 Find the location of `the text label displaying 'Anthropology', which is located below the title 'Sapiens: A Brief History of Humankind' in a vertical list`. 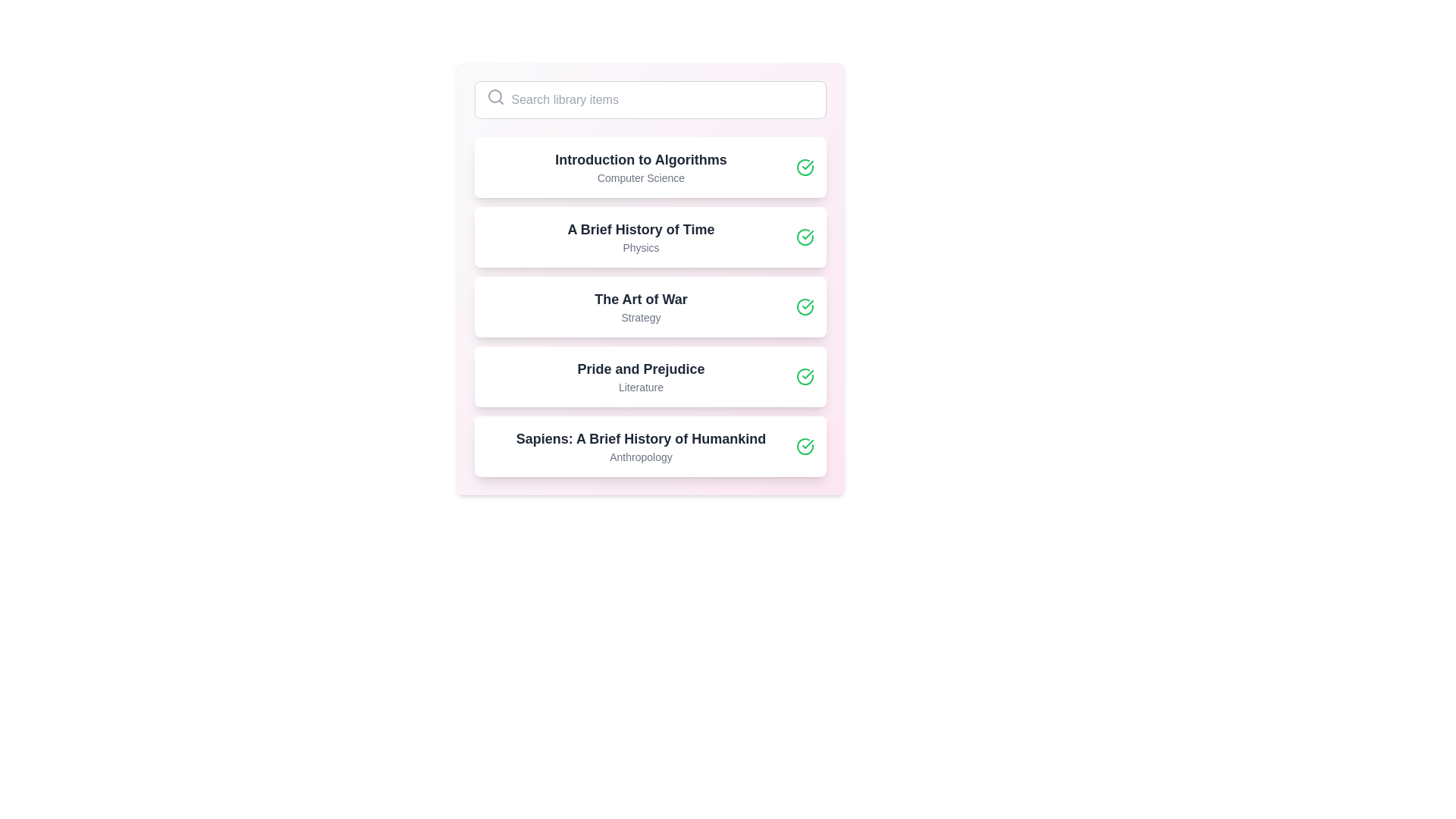

the text label displaying 'Anthropology', which is located below the title 'Sapiens: A Brief History of Humankind' in a vertical list is located at coordinates (641, 456).